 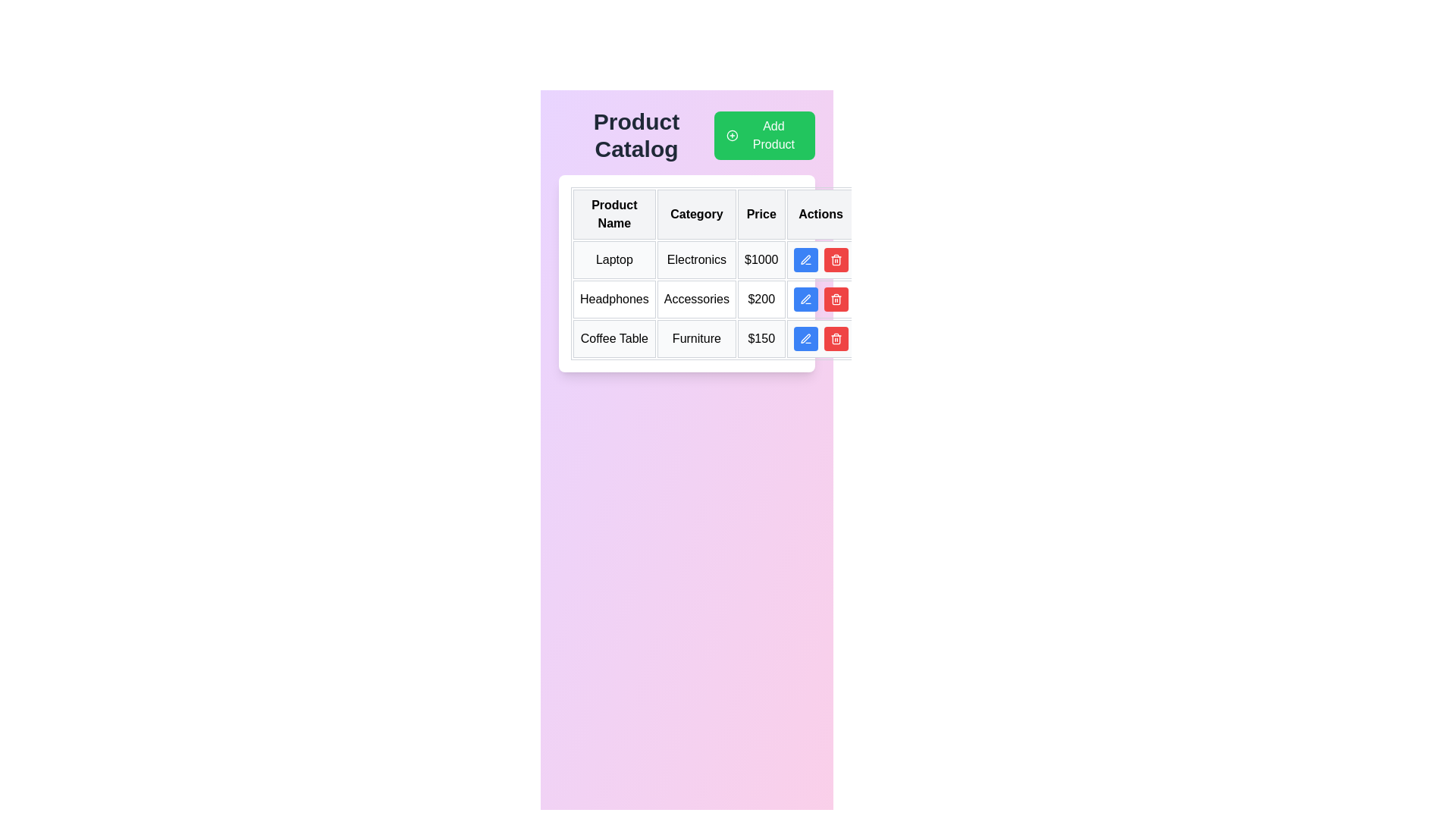 What do you see at coordinates (835, 259) in the screenshot?
I see `the delete button in the third position of the 'Actions' column associated with the 'Coffee Table' row` at bounding box center [835, 259].